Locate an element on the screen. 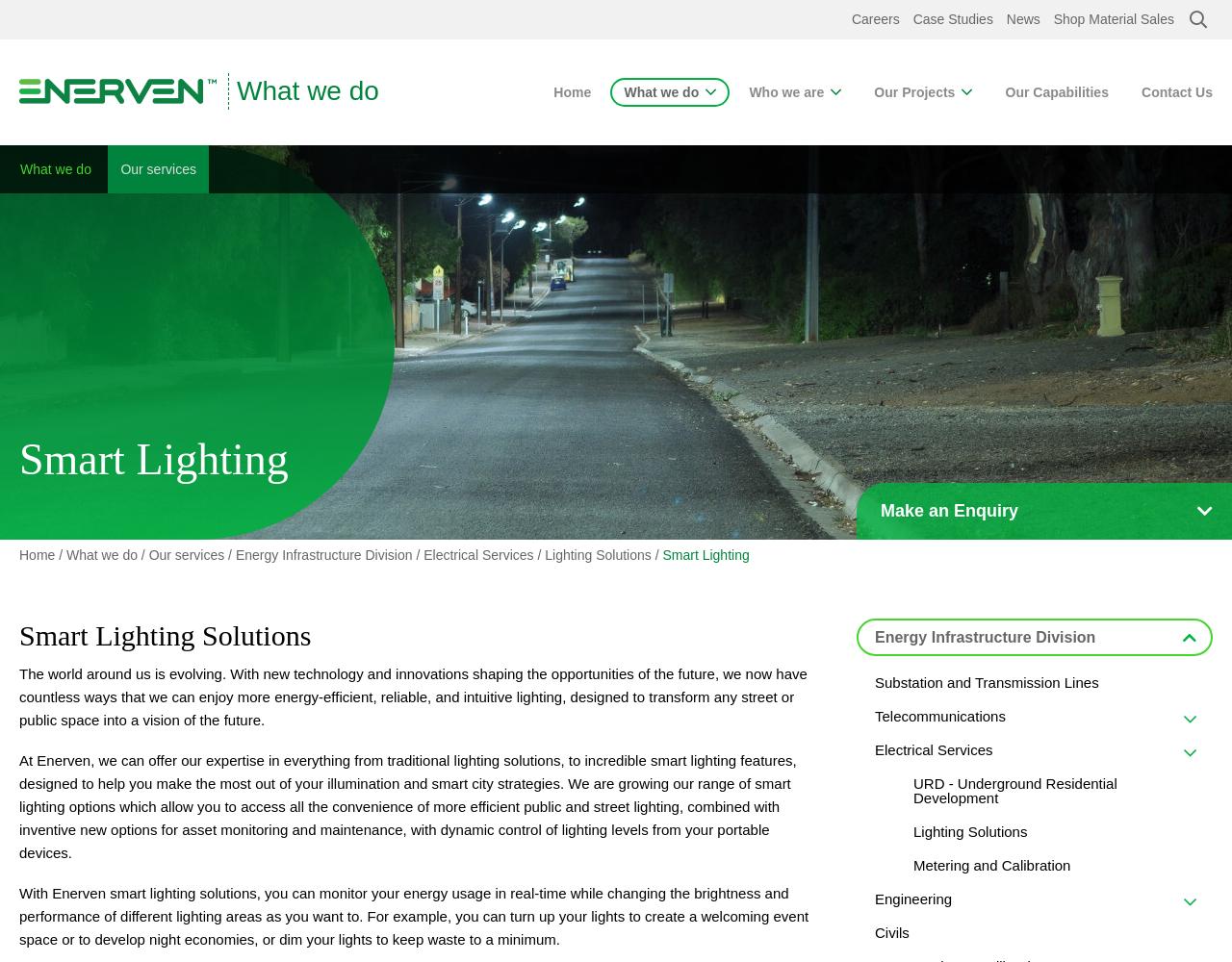 The image size is (1232, 962). 'Contact Us' is located at coordinates (1176, 91).